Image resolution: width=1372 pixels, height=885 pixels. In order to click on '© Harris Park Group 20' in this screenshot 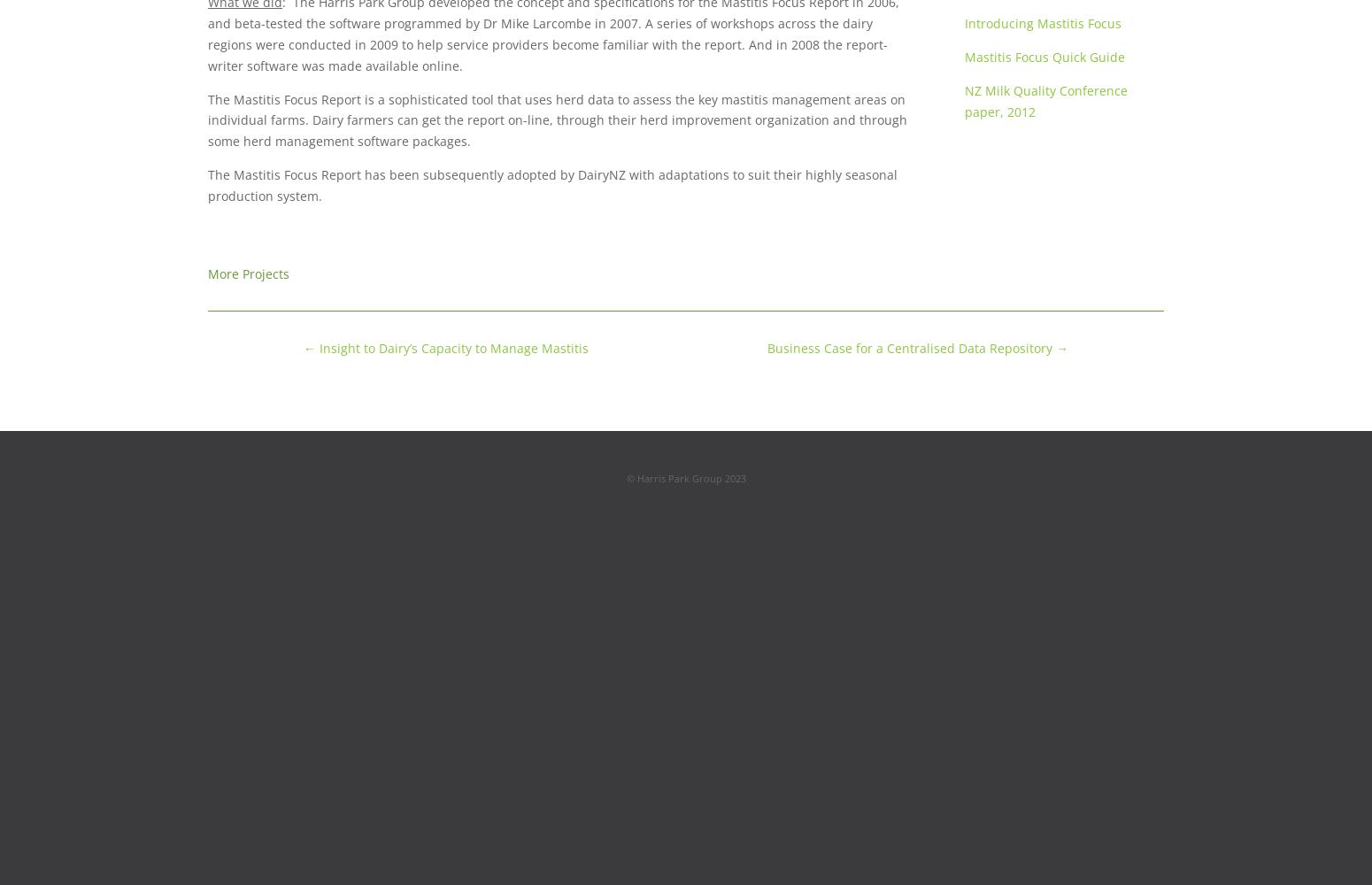, I will do `click(680, 477)`.